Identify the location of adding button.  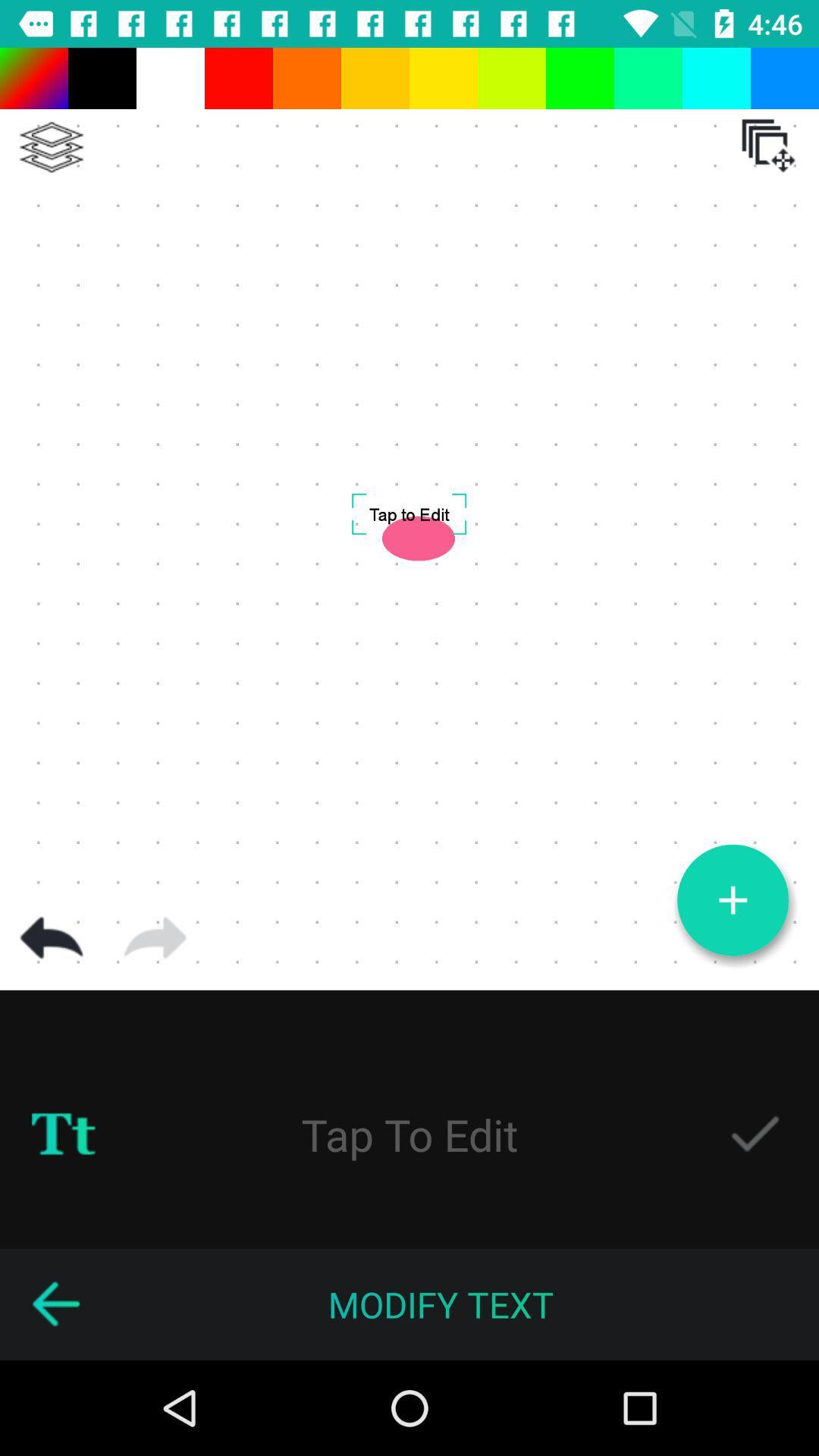
(732, 900).